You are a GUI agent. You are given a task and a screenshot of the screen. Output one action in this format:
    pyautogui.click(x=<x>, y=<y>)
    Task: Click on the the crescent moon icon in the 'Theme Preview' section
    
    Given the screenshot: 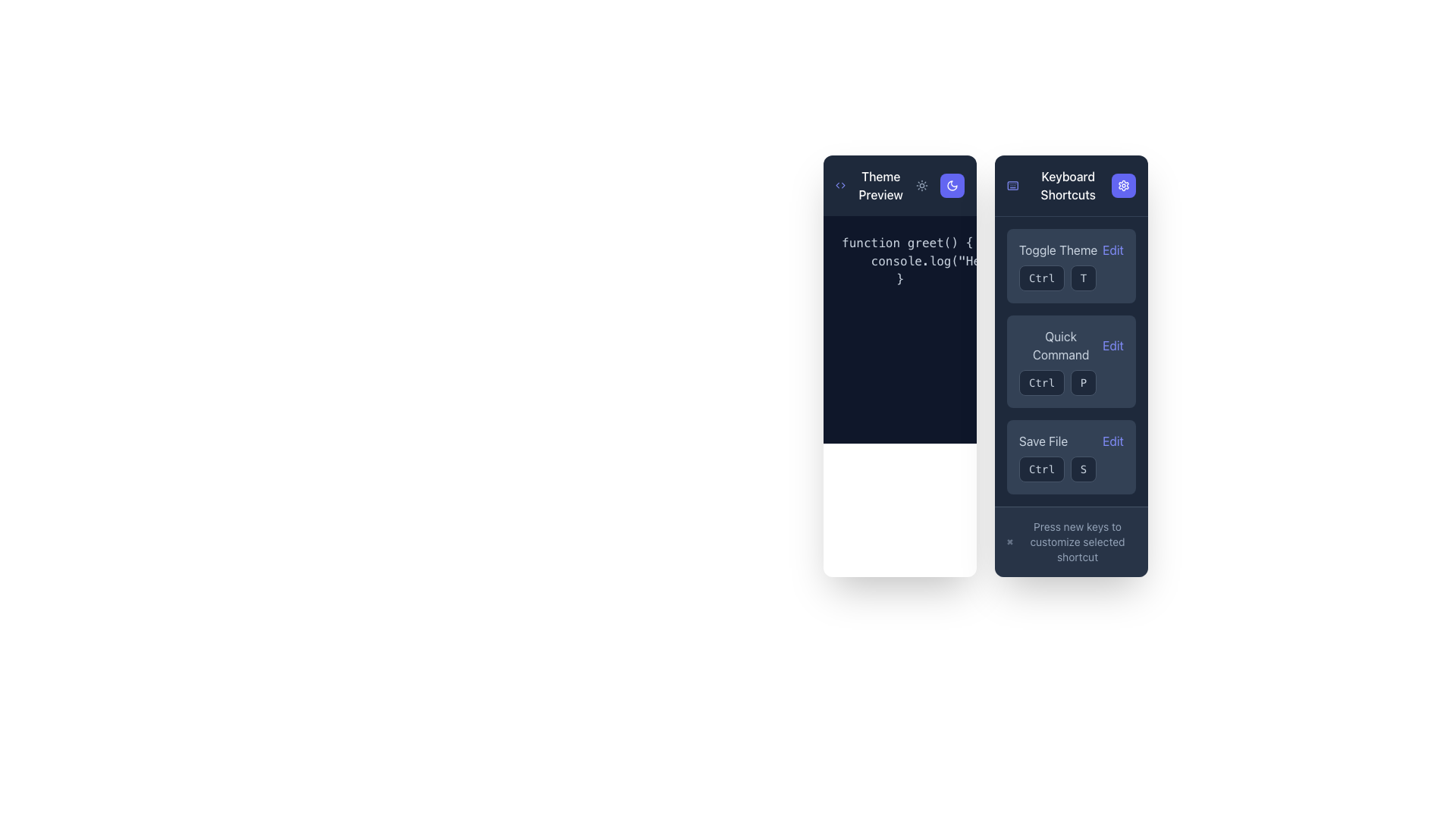 What is the action you would take?
    pyautogui.click(x=952, y=185)
    